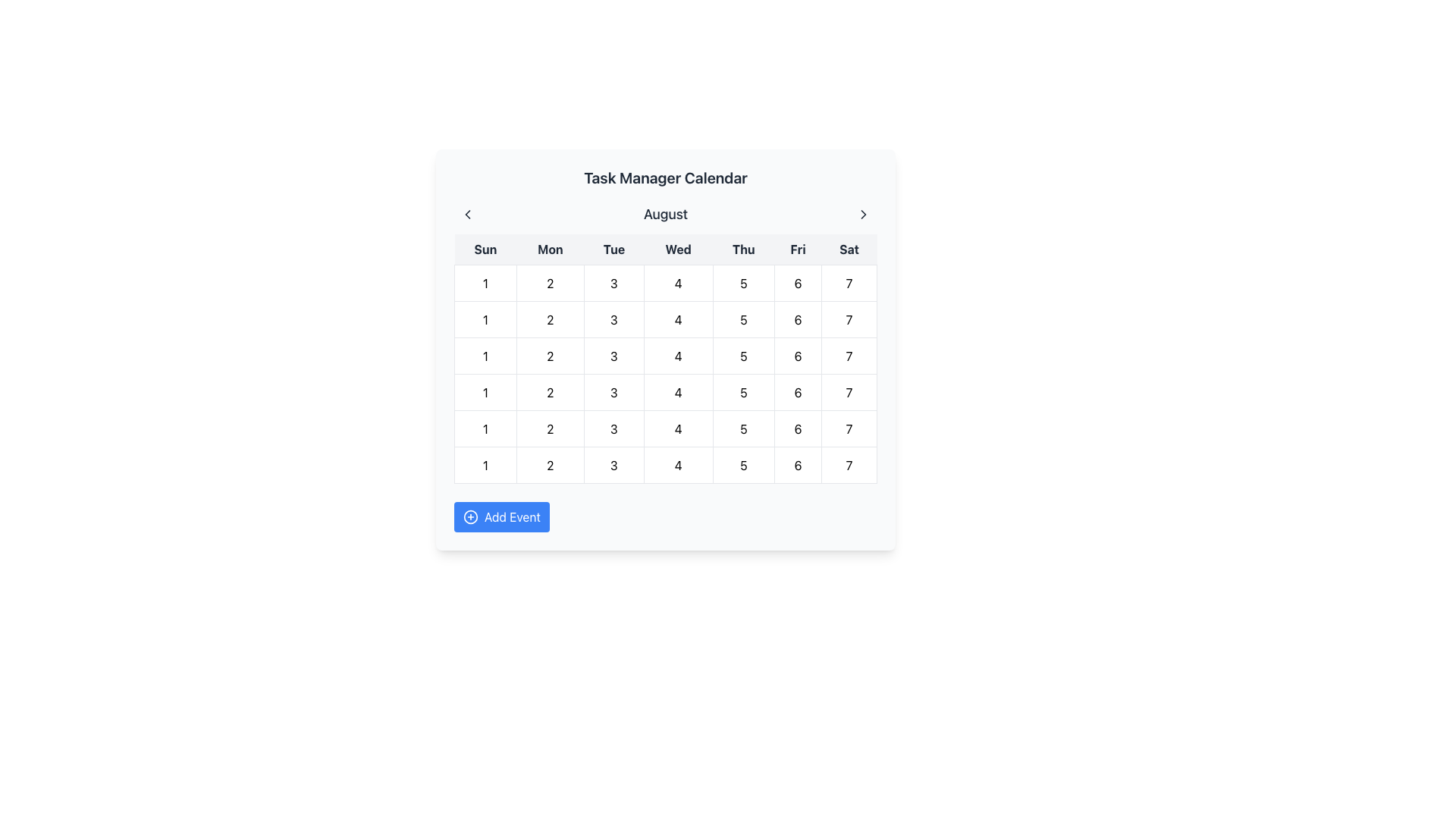  Describe the element at coordinates (677, 428) in the screenshot. I see `the Calendar Date Cell representing the fourth day of the month in the 'Task Manager Calendar' interface` at that location.